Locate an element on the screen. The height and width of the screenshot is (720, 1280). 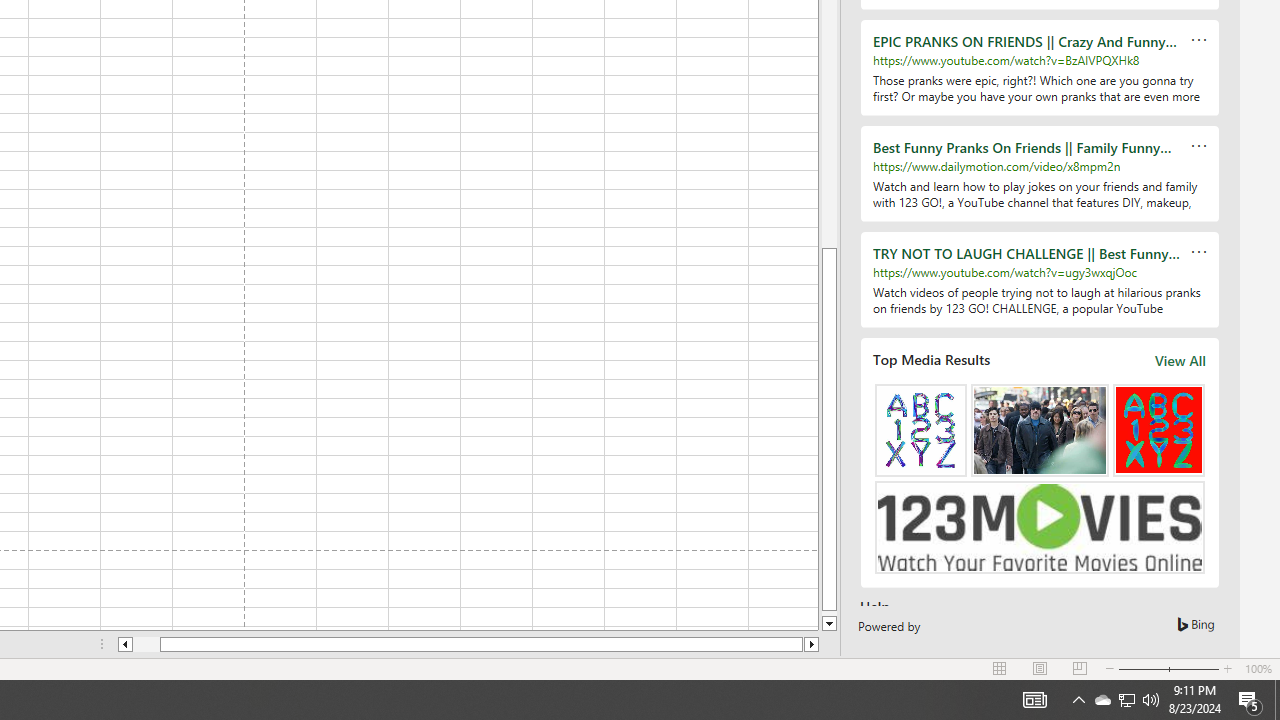
'Page down' is located at coordinates (829, 612).